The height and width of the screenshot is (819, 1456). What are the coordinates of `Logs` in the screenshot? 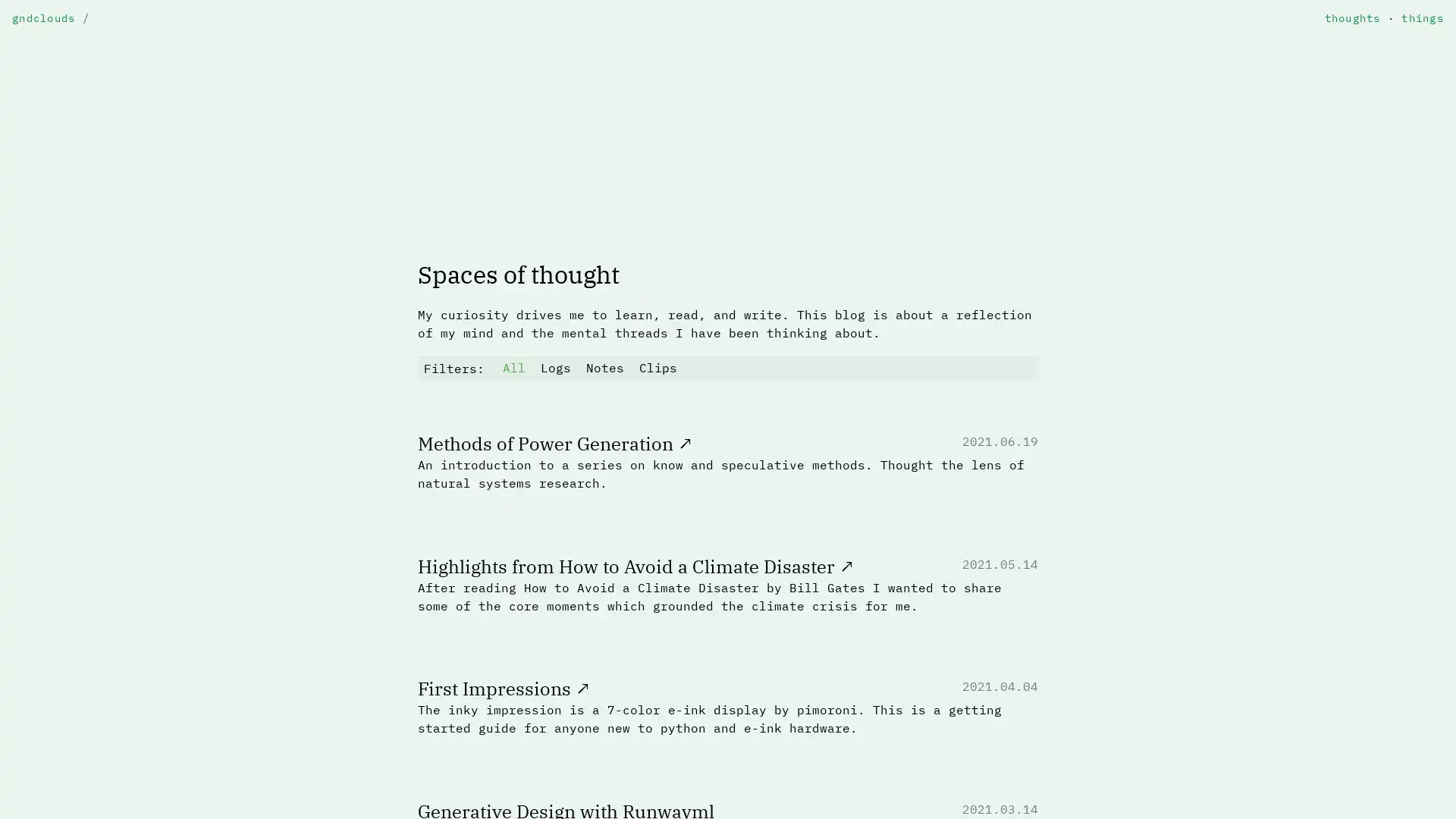 It's located at (555, 368).